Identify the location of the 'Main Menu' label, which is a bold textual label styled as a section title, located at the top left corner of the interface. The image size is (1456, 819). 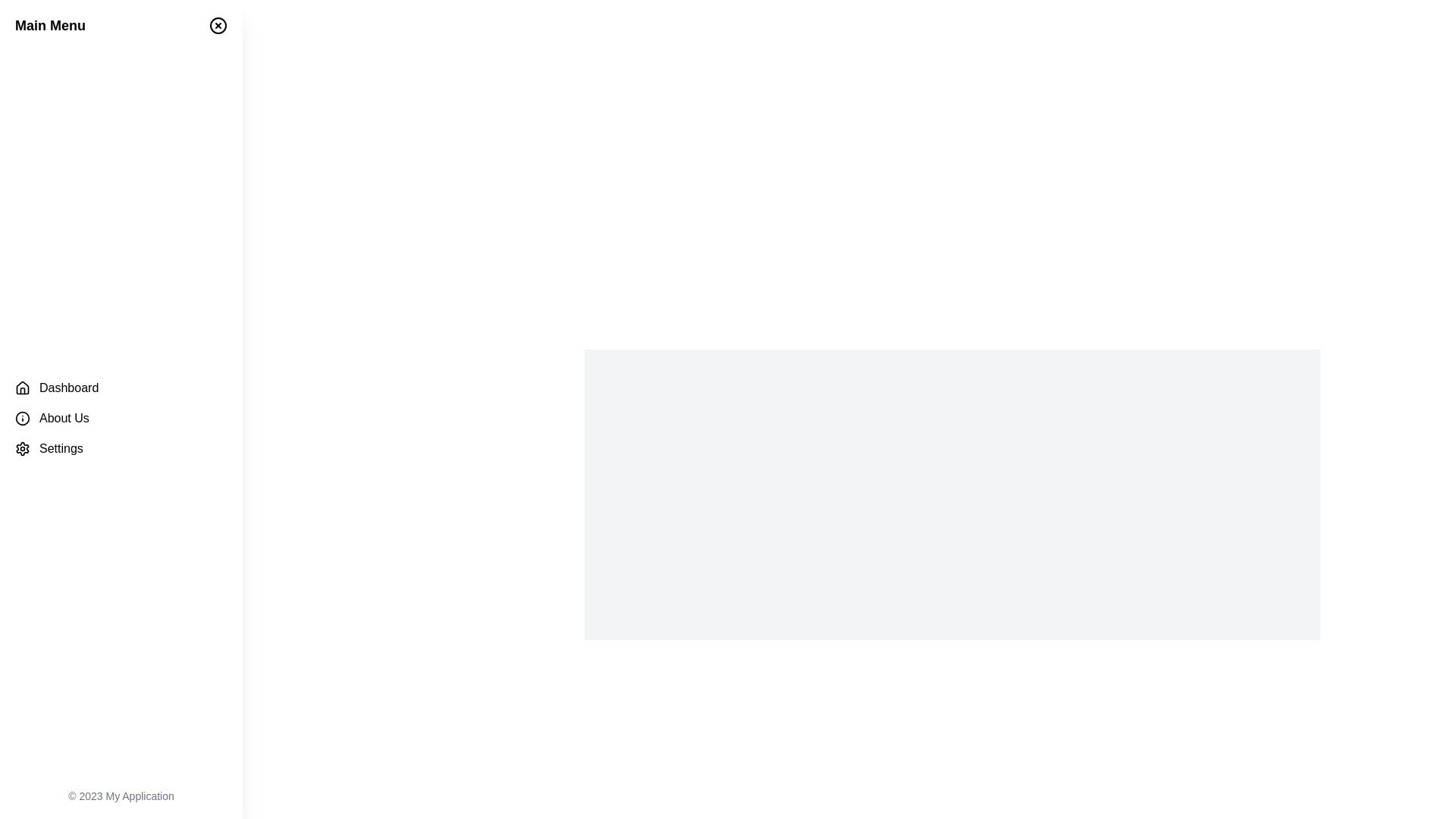
(50, 26).